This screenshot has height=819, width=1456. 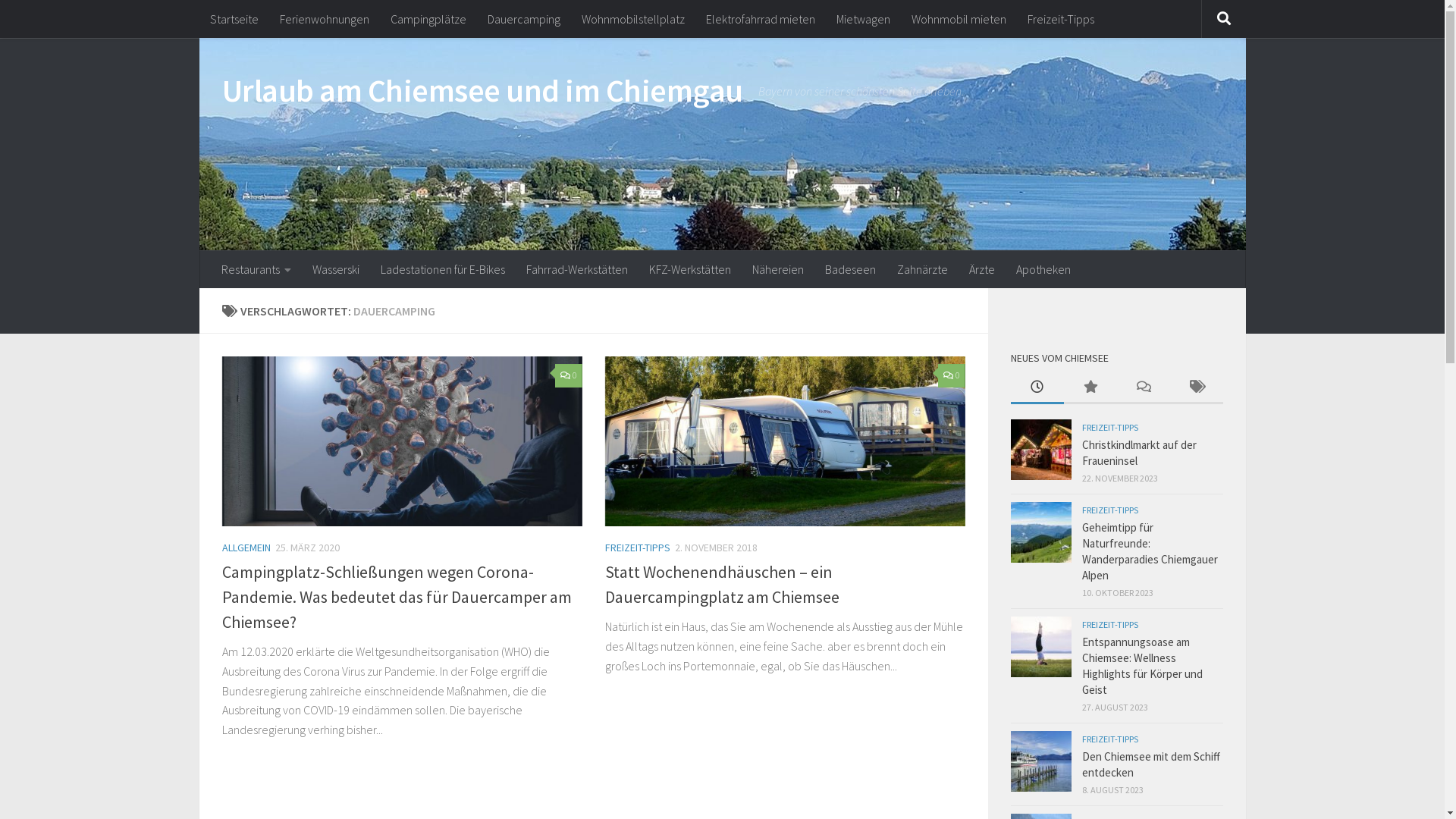 What do you see at coordinates (256, 268) in the screenshot?
I see `'Restaurants'` at bounding box center [256, 268].